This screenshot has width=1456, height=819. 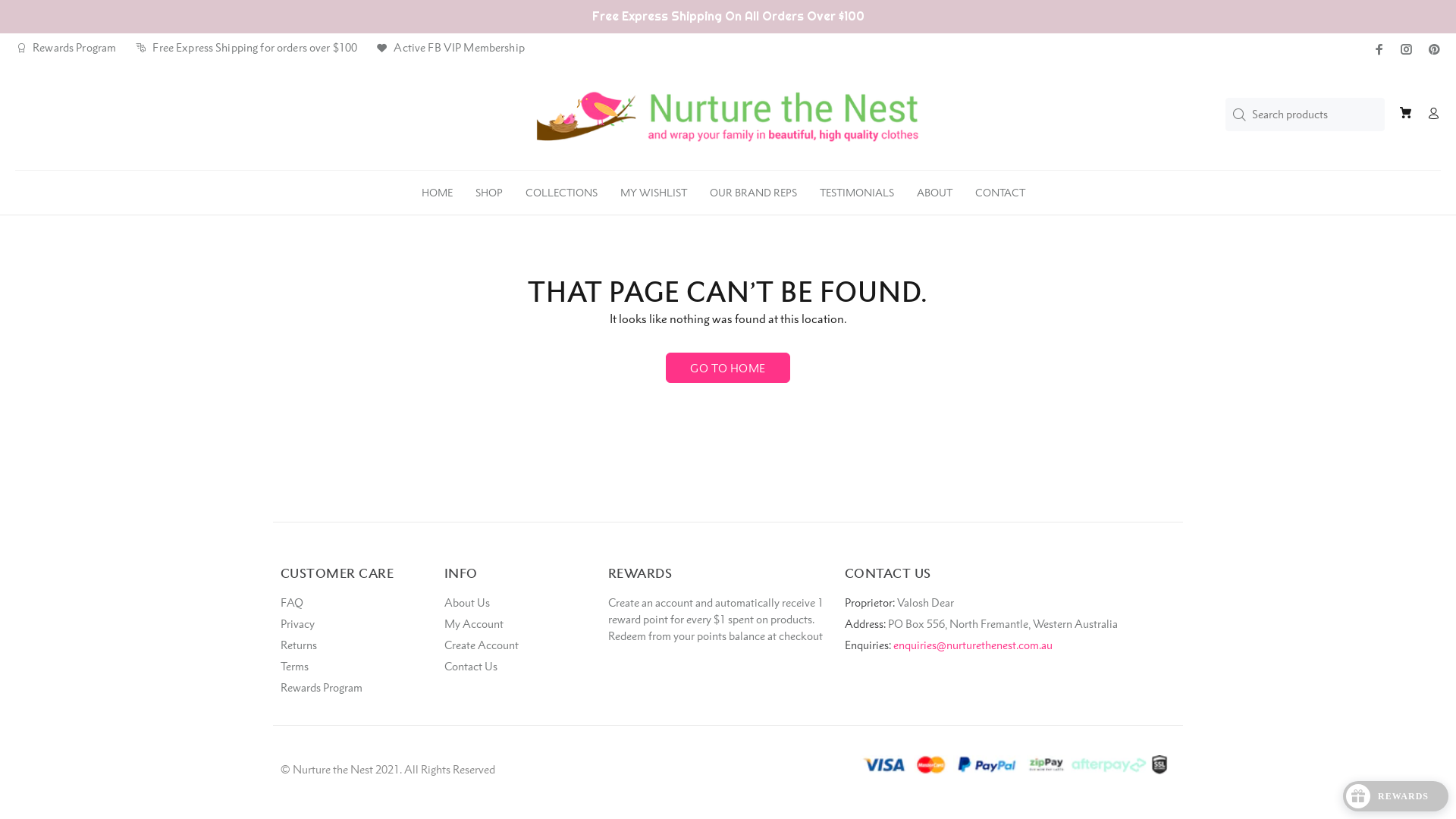 I want to click on 'Returns', so click(x=280, y=645).